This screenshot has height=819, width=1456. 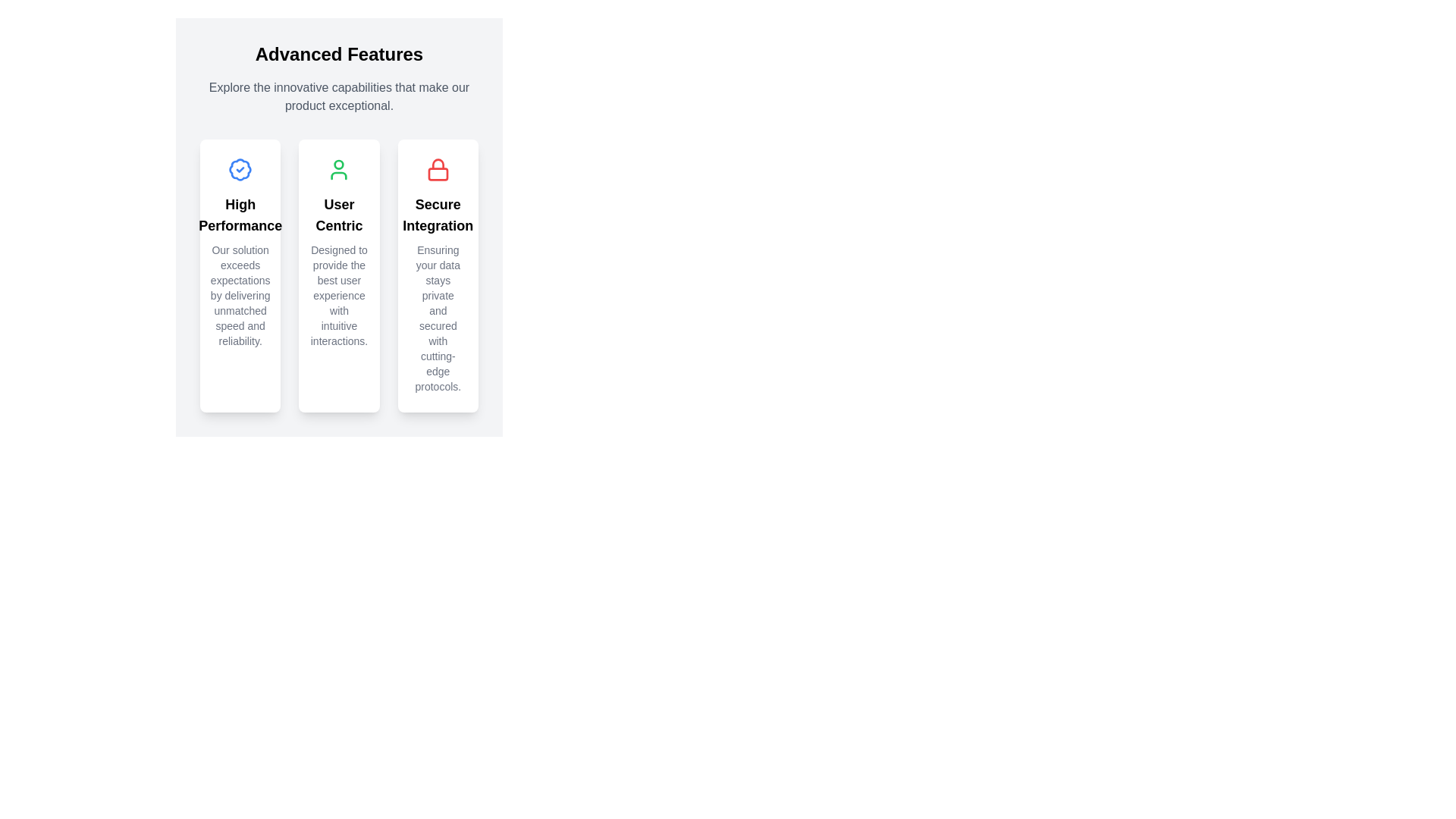 What do you see at coordinates (437, 215) in the screenshot?
I see `the Text Label that serves as the header for the section describing secure integration, located beneath a red lock icon in the third column of a three-column layout` at bounding box center [437, 215].